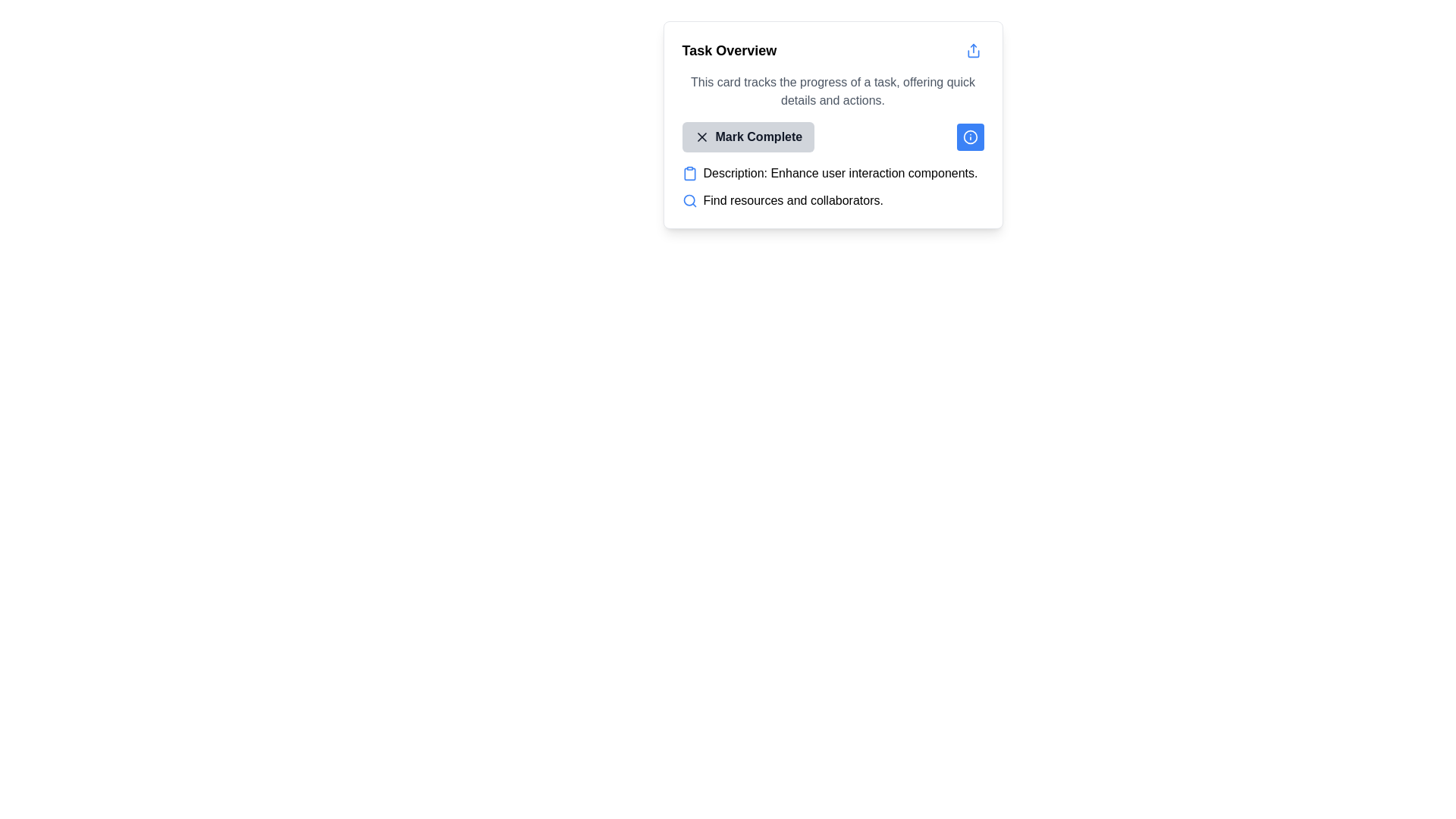 This screenshot has height=819, width=1456. I want to click on the share button with a blue outline and rounded background, located at the top-right corner of the 'Task Overview' card layout, so click(973, 49).